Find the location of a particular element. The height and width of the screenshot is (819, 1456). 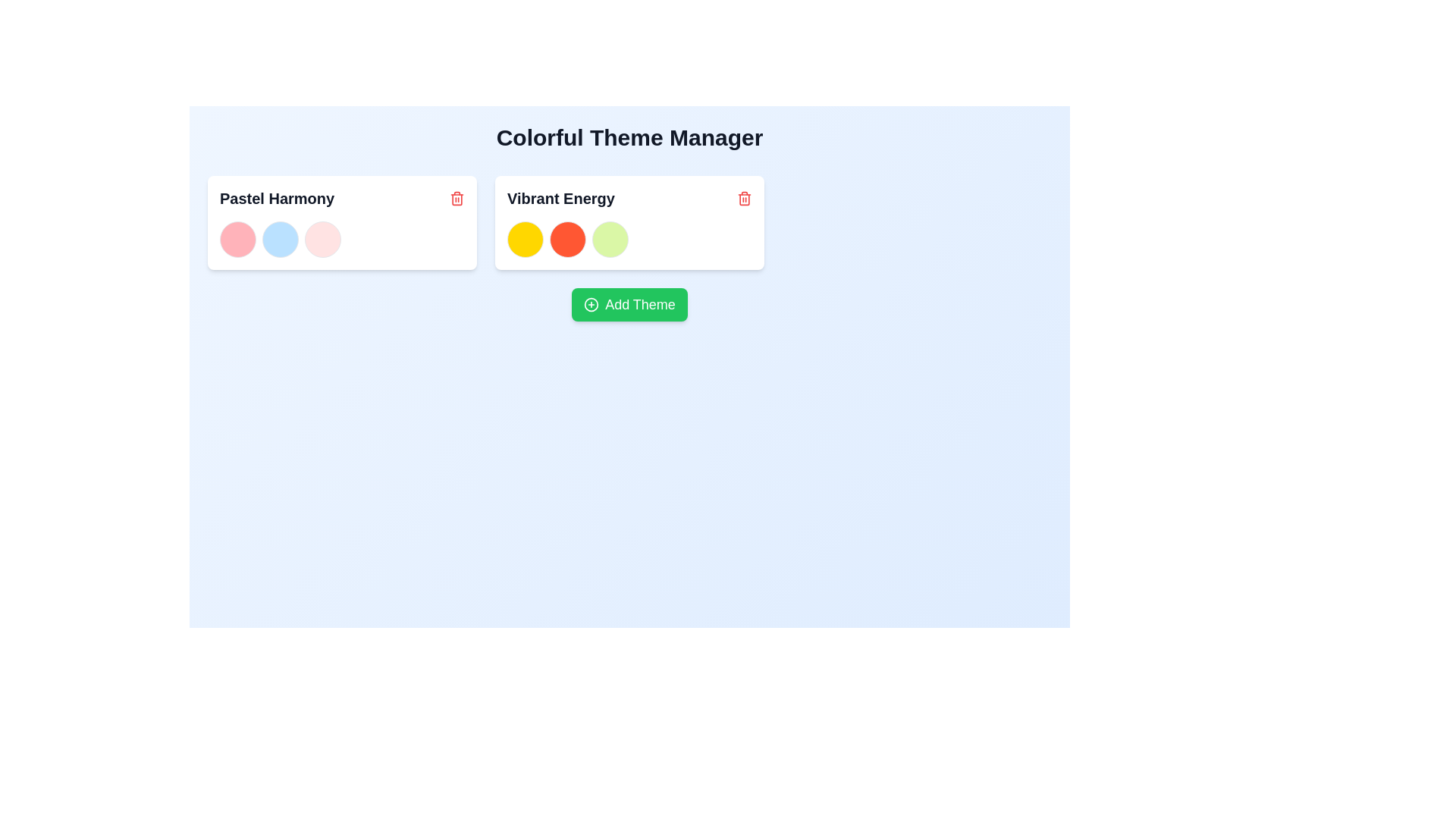

the circular decorative element with a light blue background located in the center of three horizontally aligned circular elements within the 'Pastel Harmony' theme card is located at coordinates (280, 239).